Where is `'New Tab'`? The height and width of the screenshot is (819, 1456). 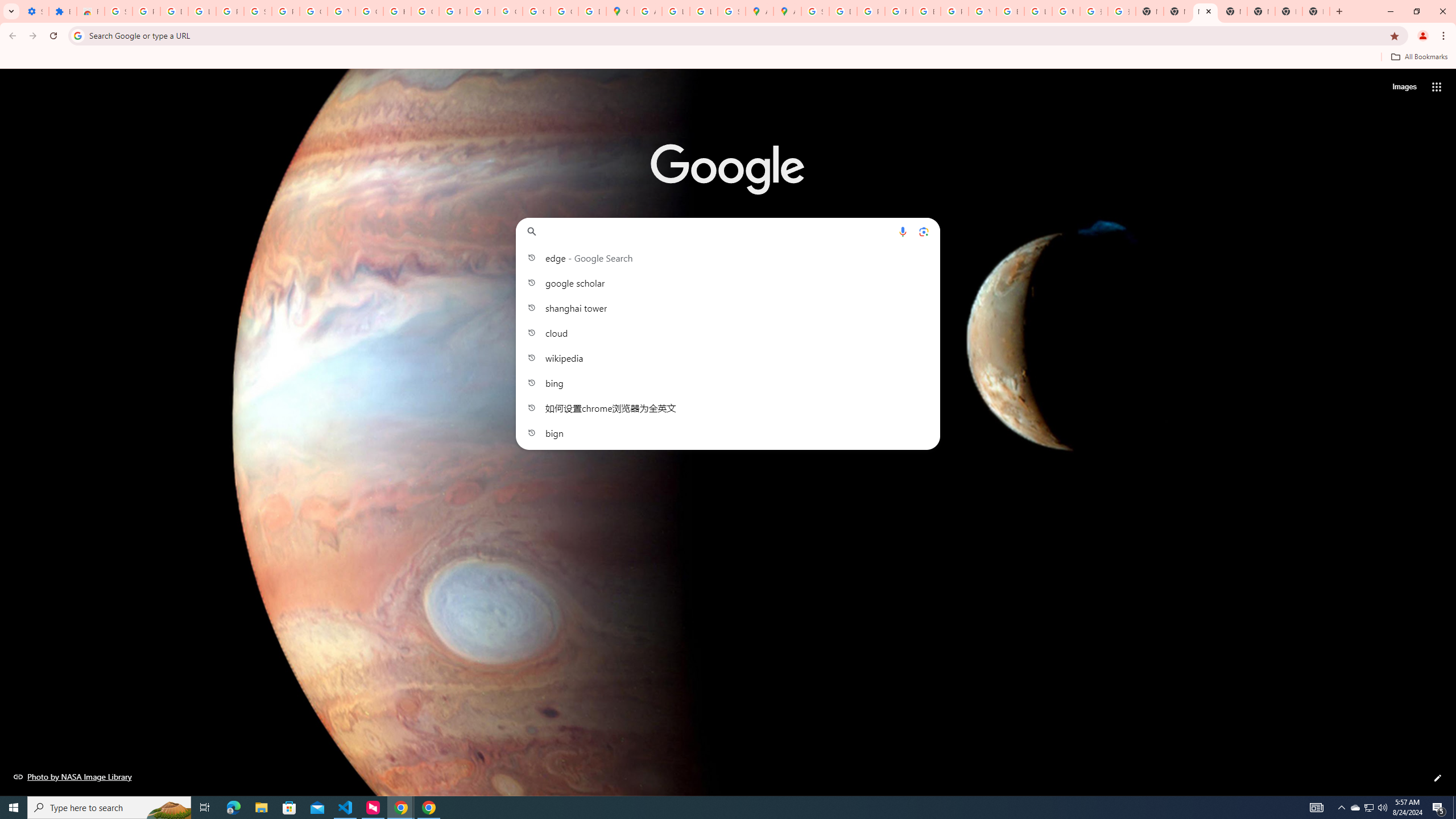 'New Tab' is located at coordinates (1288, 11).